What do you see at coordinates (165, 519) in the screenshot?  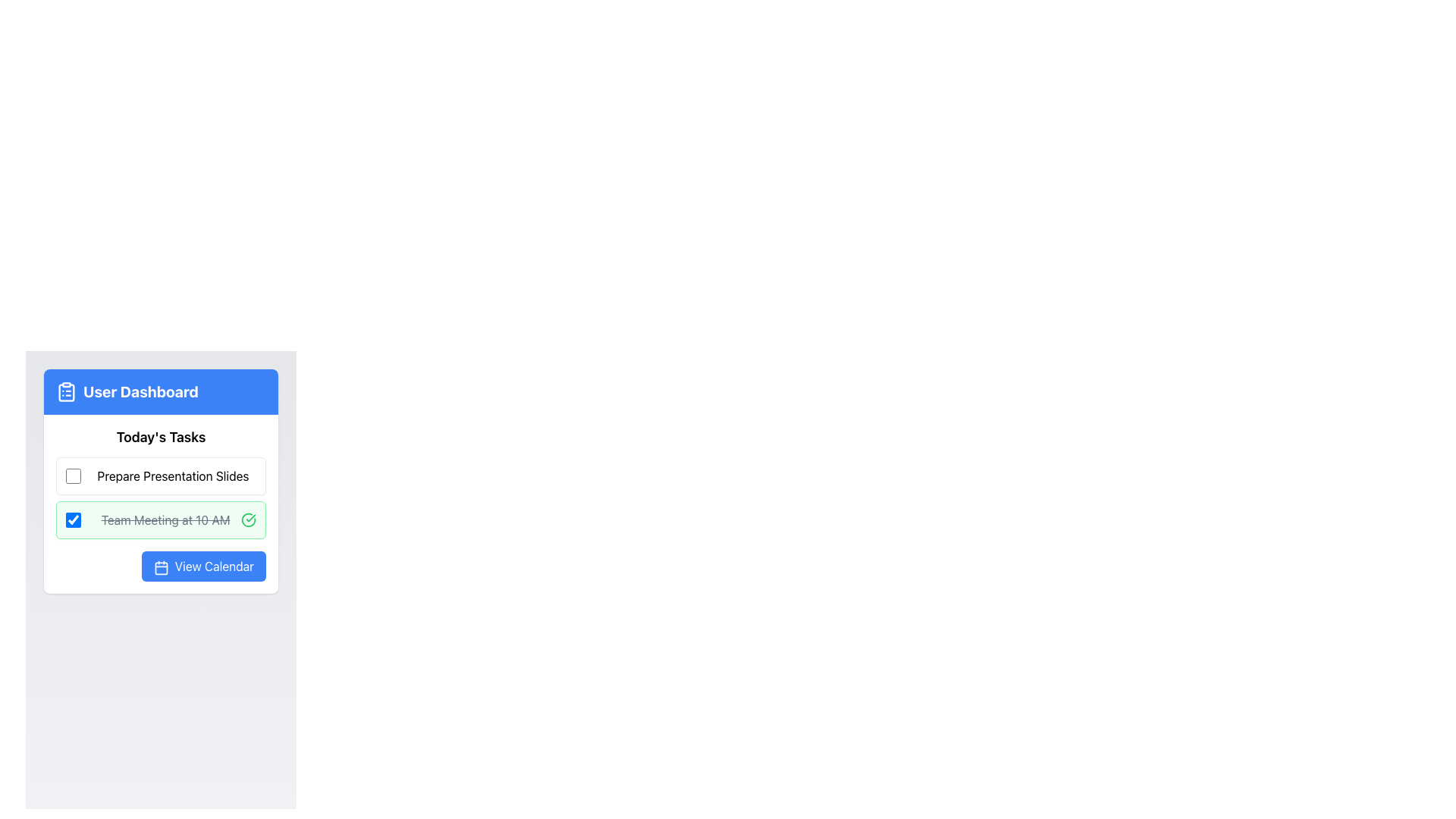 I see `the static text 'Team Meeting at 10 AM' which is styled with strikethrough formatting and displayed in gray color, indicating completion, located under the 'Today's Tasks' list in the 'User Dashboard' section` at bounding box center [165, 519].